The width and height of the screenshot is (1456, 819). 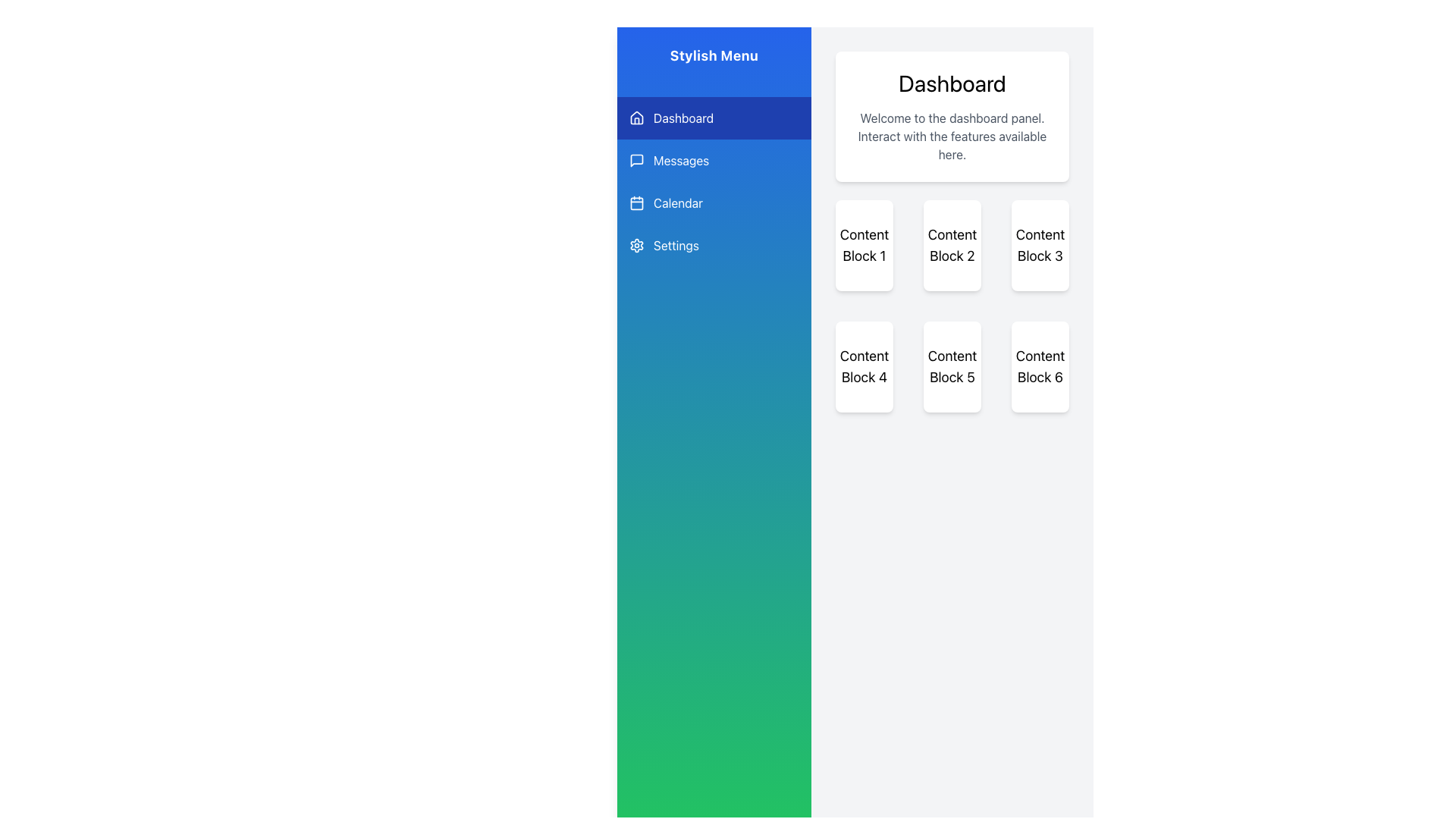 I want to click on the cogwheel icon located in the left sidebar menu, adjacent to the 'Settings' text, so click(x=637, y=245).